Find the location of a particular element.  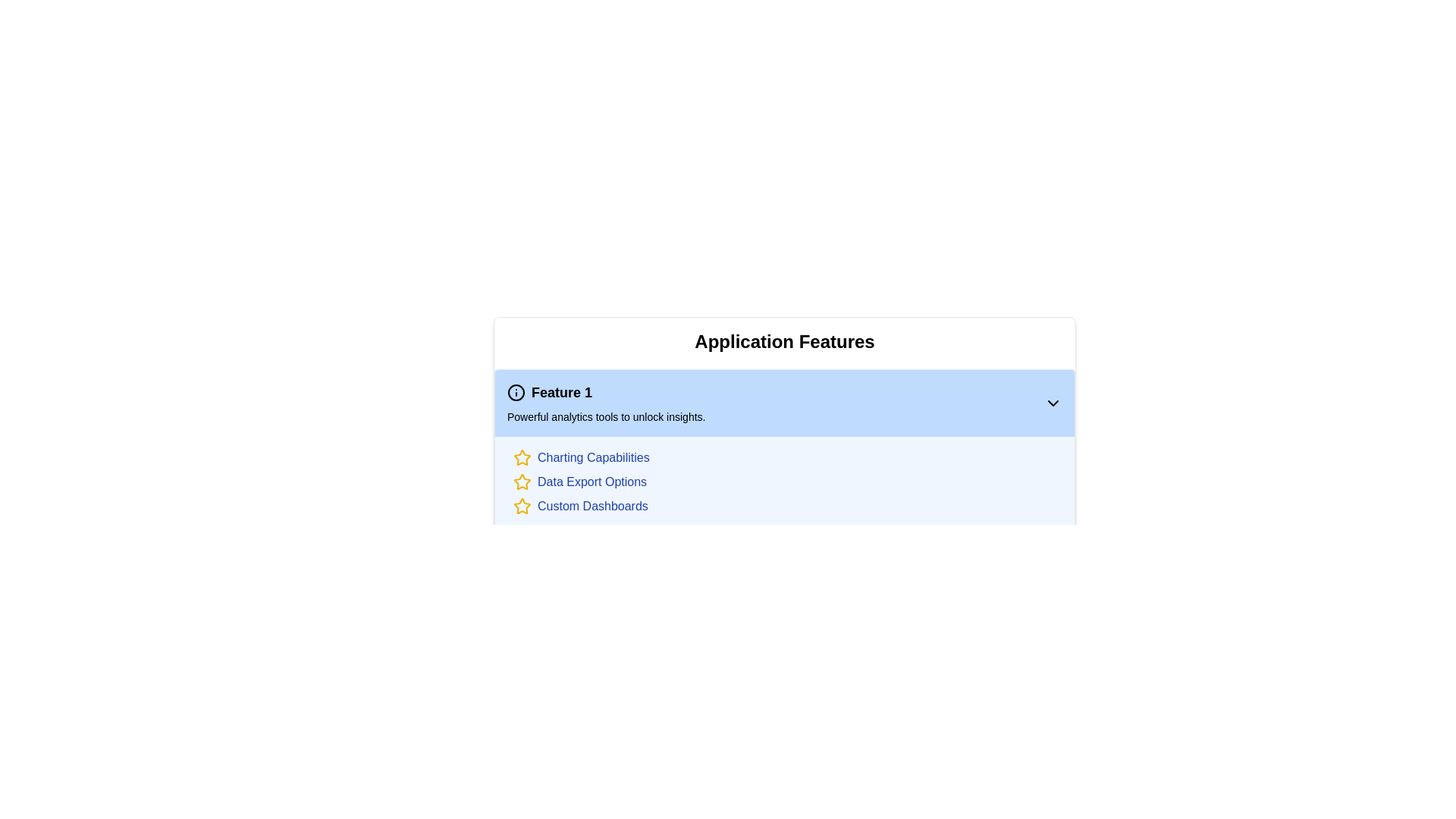

the text label providing details about 'Feature 1', which is located directly under the heading 'Feature 1' on a light blue background is located at coordinates (605, 417).